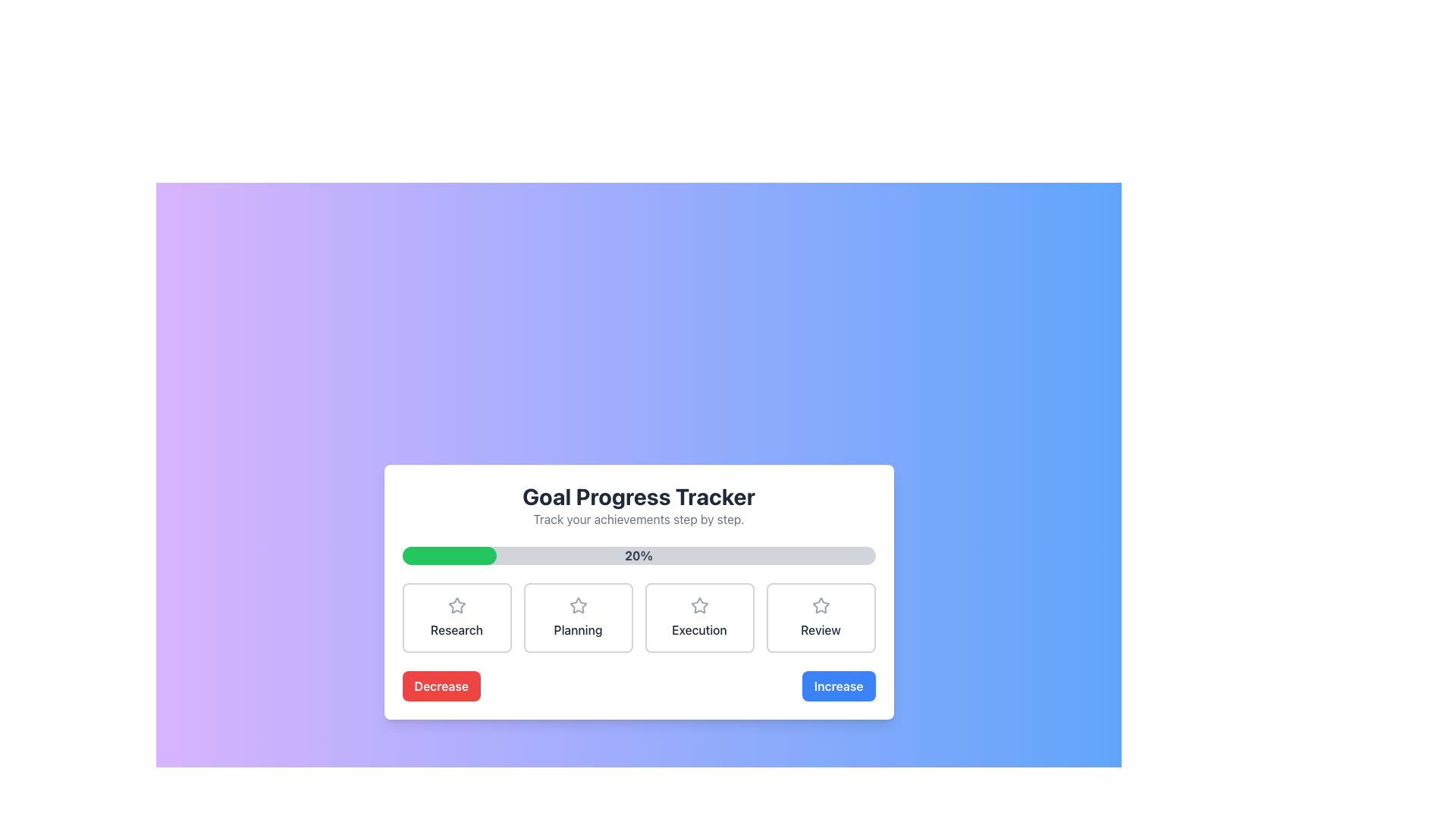  What do you see at coordinates (577, 604) in the screenshot?
I see `the star icon in the second slot of the four icons above the 'Planning' label` at bounding box center [577, 604].